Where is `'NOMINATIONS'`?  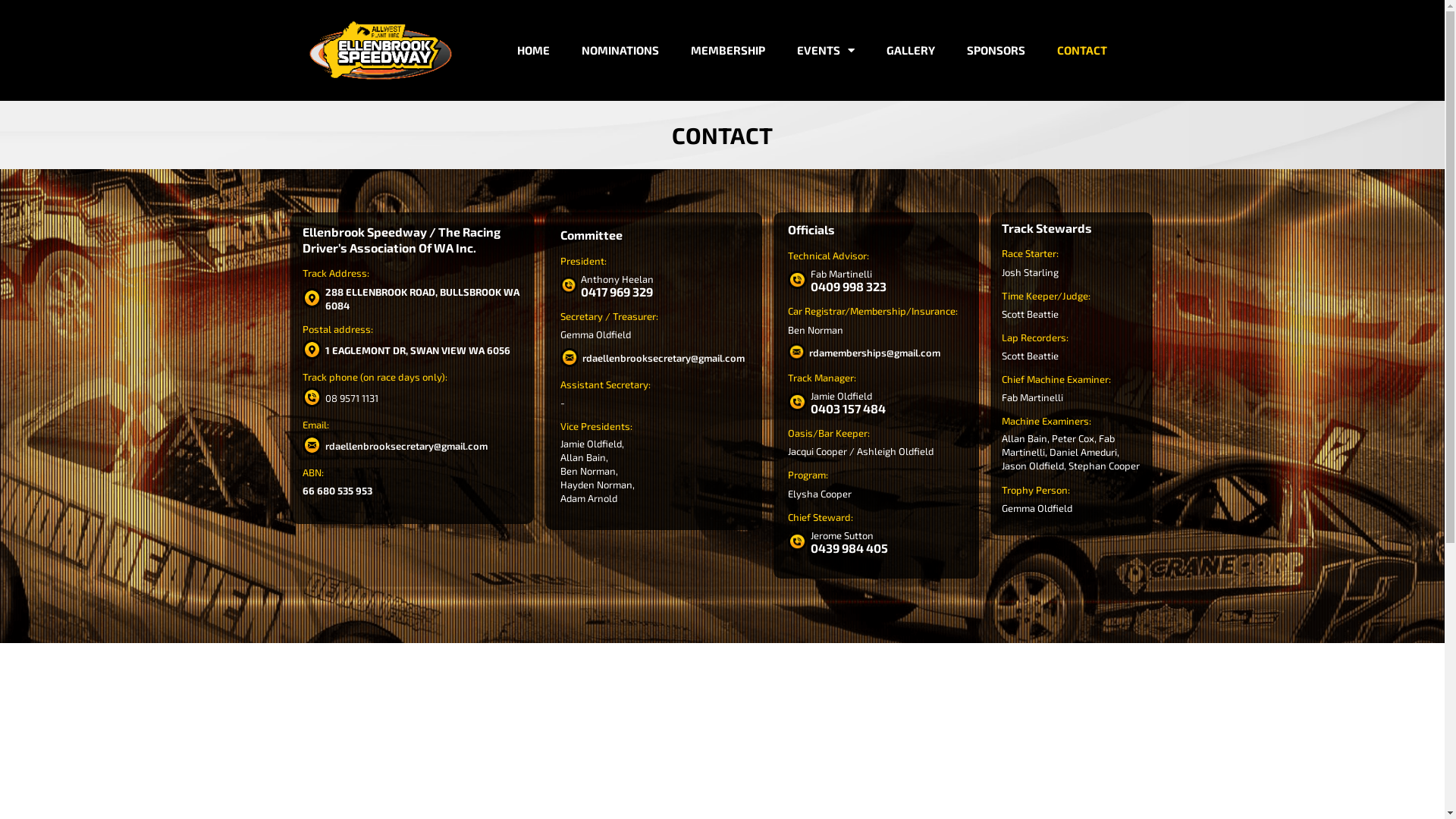
'NOMINATIONS' is located at coordinates (575, 49).